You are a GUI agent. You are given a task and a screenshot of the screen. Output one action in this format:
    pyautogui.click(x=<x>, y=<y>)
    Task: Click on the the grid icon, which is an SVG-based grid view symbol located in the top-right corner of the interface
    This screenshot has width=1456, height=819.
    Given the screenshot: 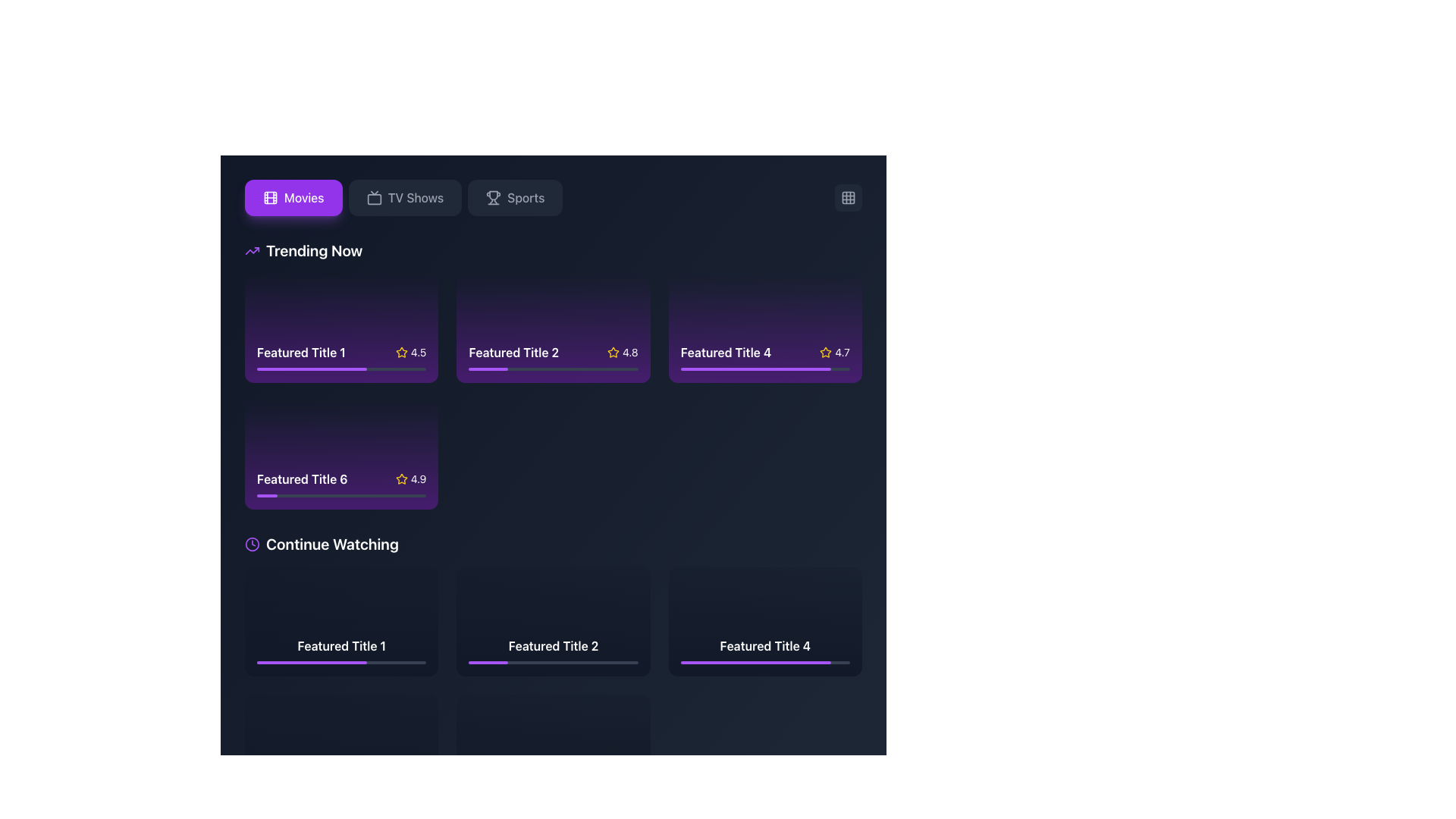 What is the action you would take?
    pyautogui.click(x=847, y=197)
    